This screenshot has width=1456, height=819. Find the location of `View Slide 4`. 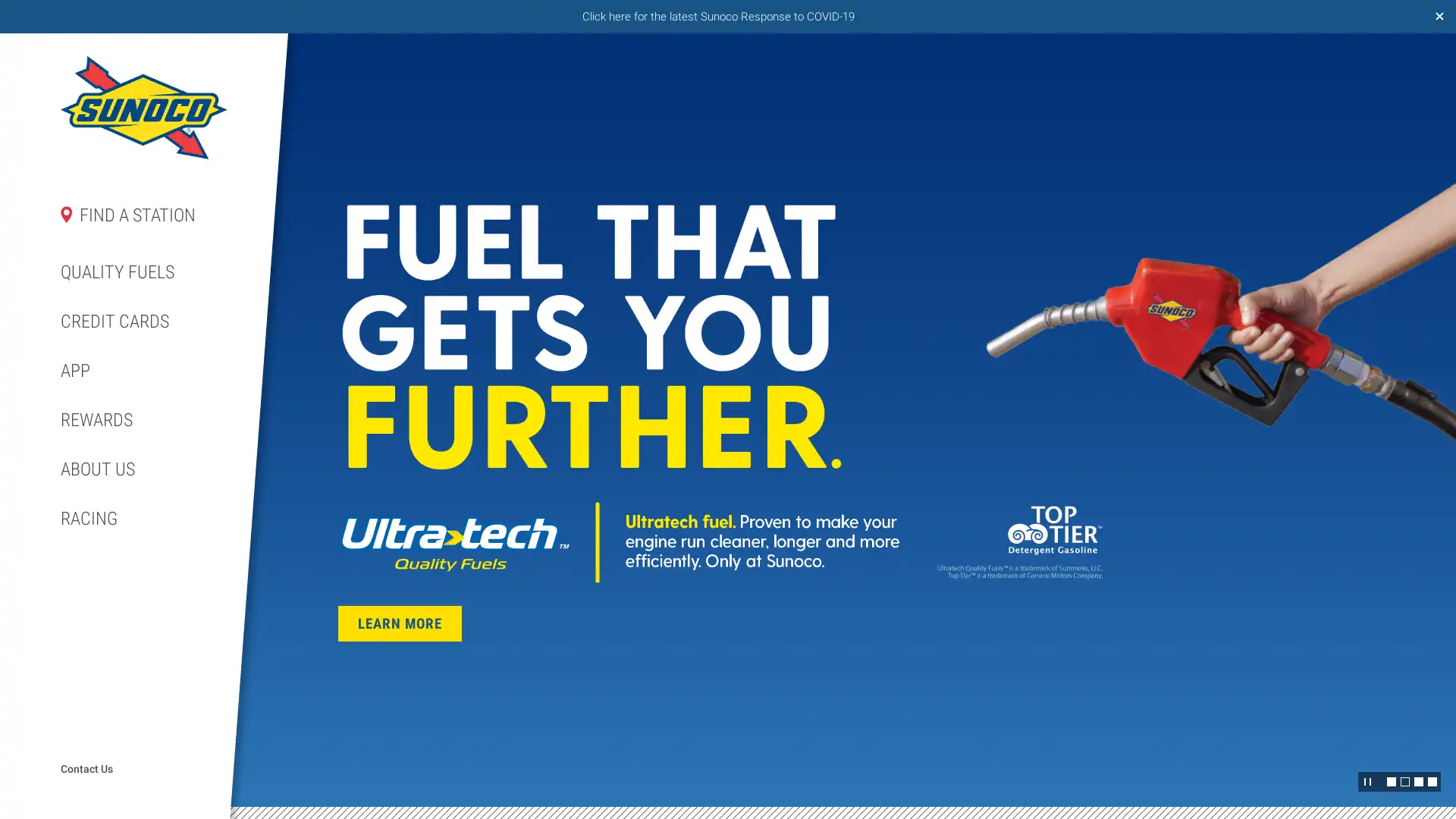

View Slide 4 is located at coordinates (1432, 781).